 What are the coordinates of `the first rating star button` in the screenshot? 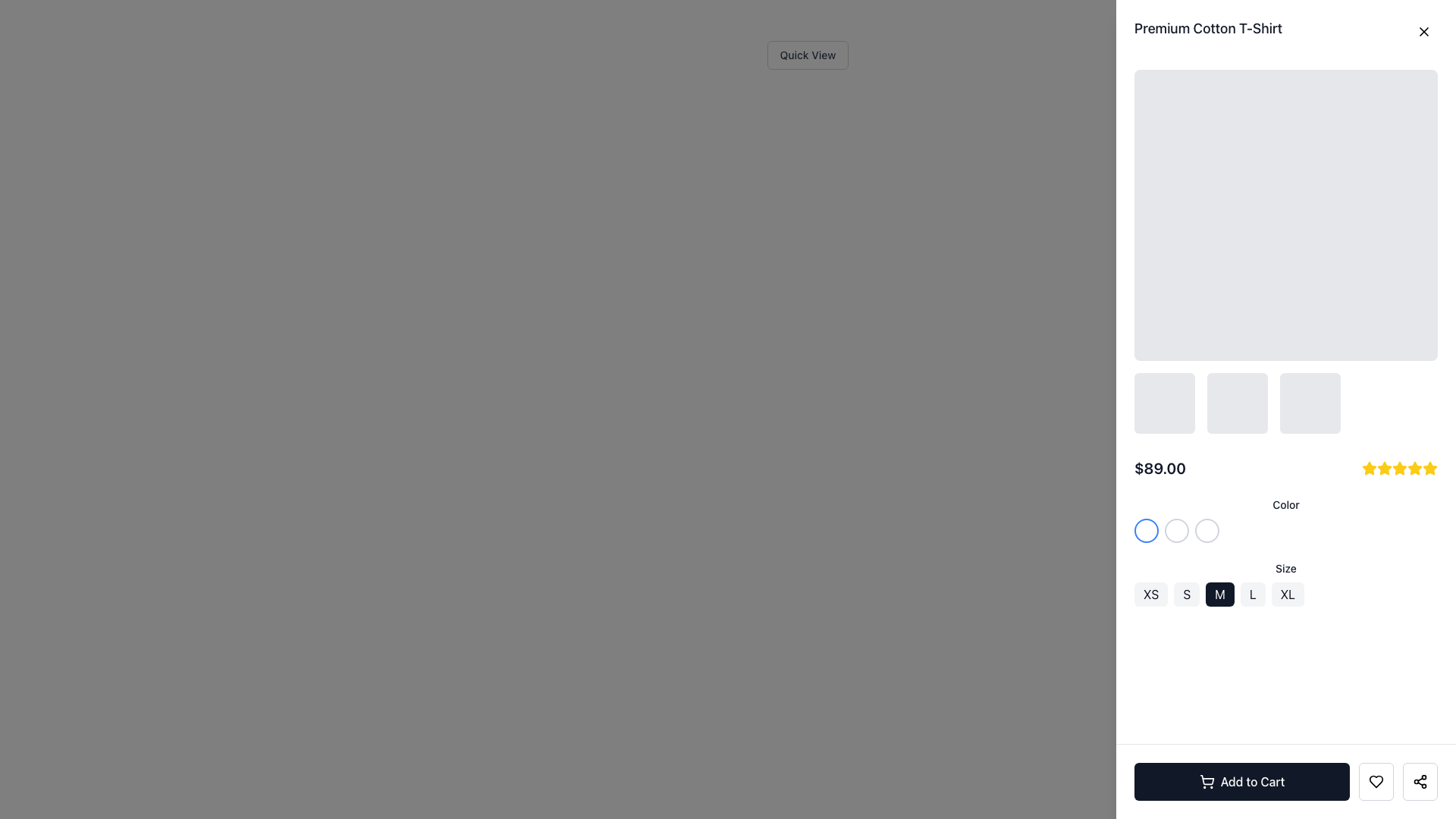 It's located at (1369, 467).